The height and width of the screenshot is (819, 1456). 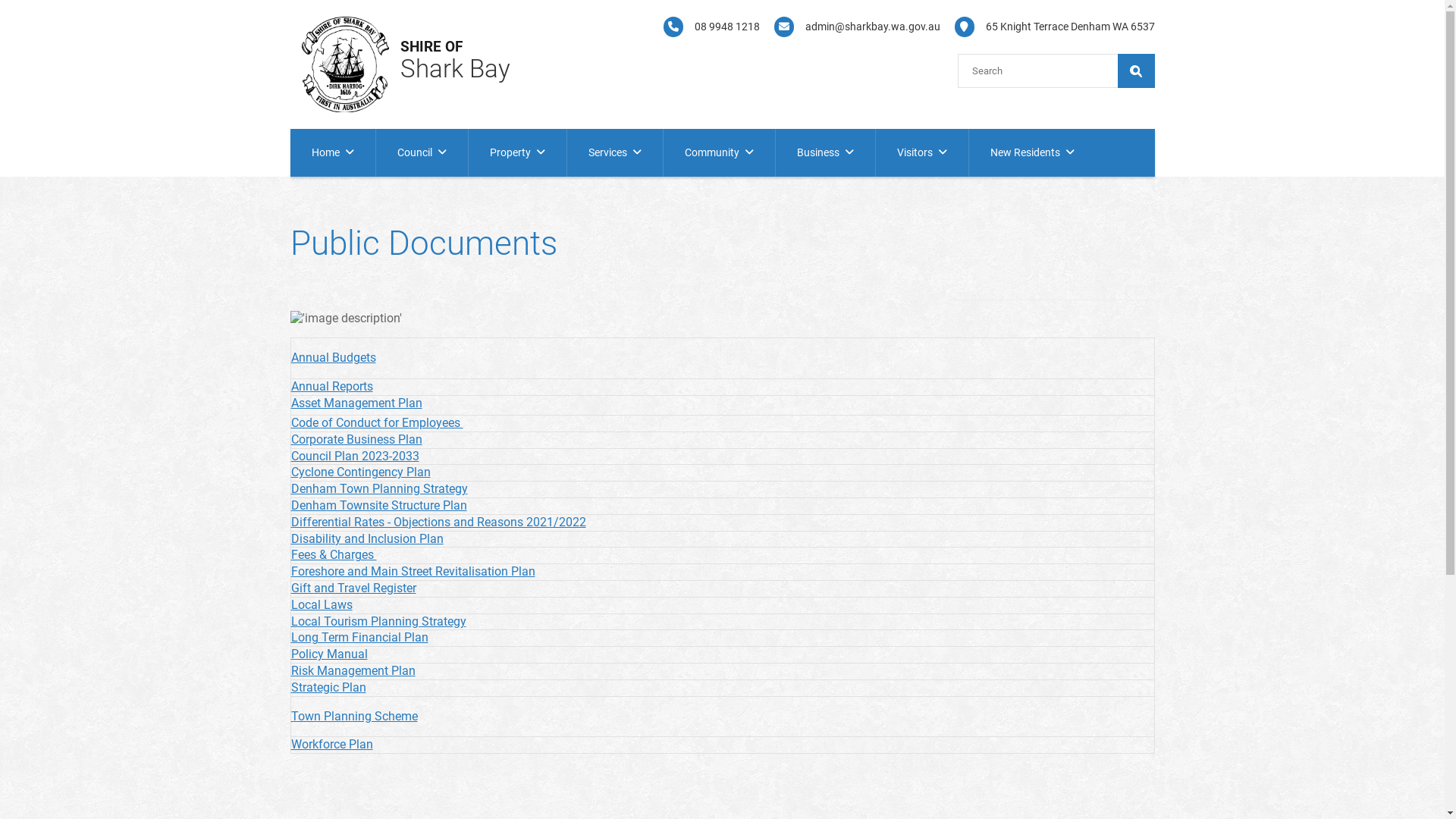 I want to click on '08 9948 1218', so click(x=705, y=27).